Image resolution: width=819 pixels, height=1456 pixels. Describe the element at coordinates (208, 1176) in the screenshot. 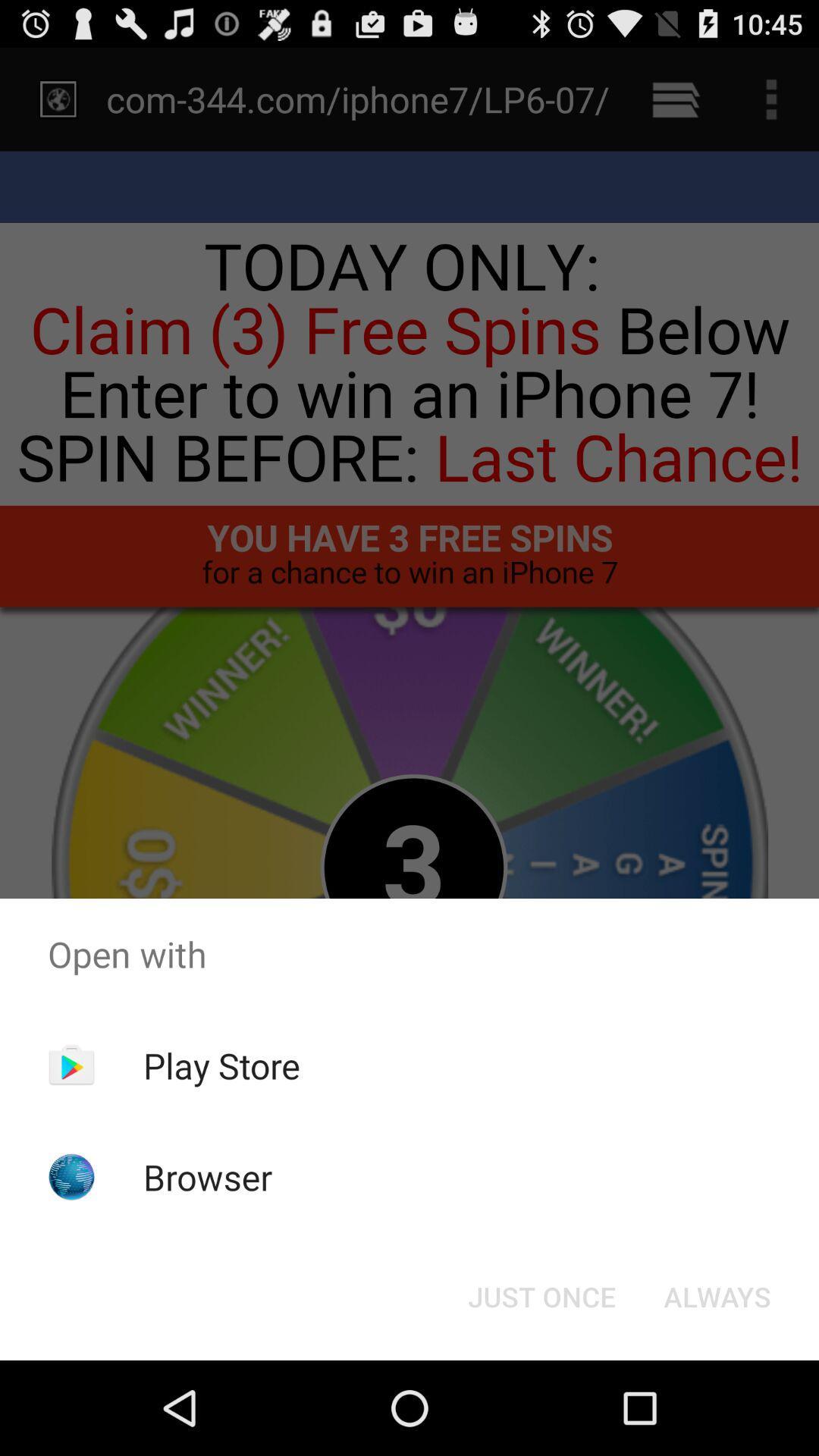

I see `app below play store item` at that location.